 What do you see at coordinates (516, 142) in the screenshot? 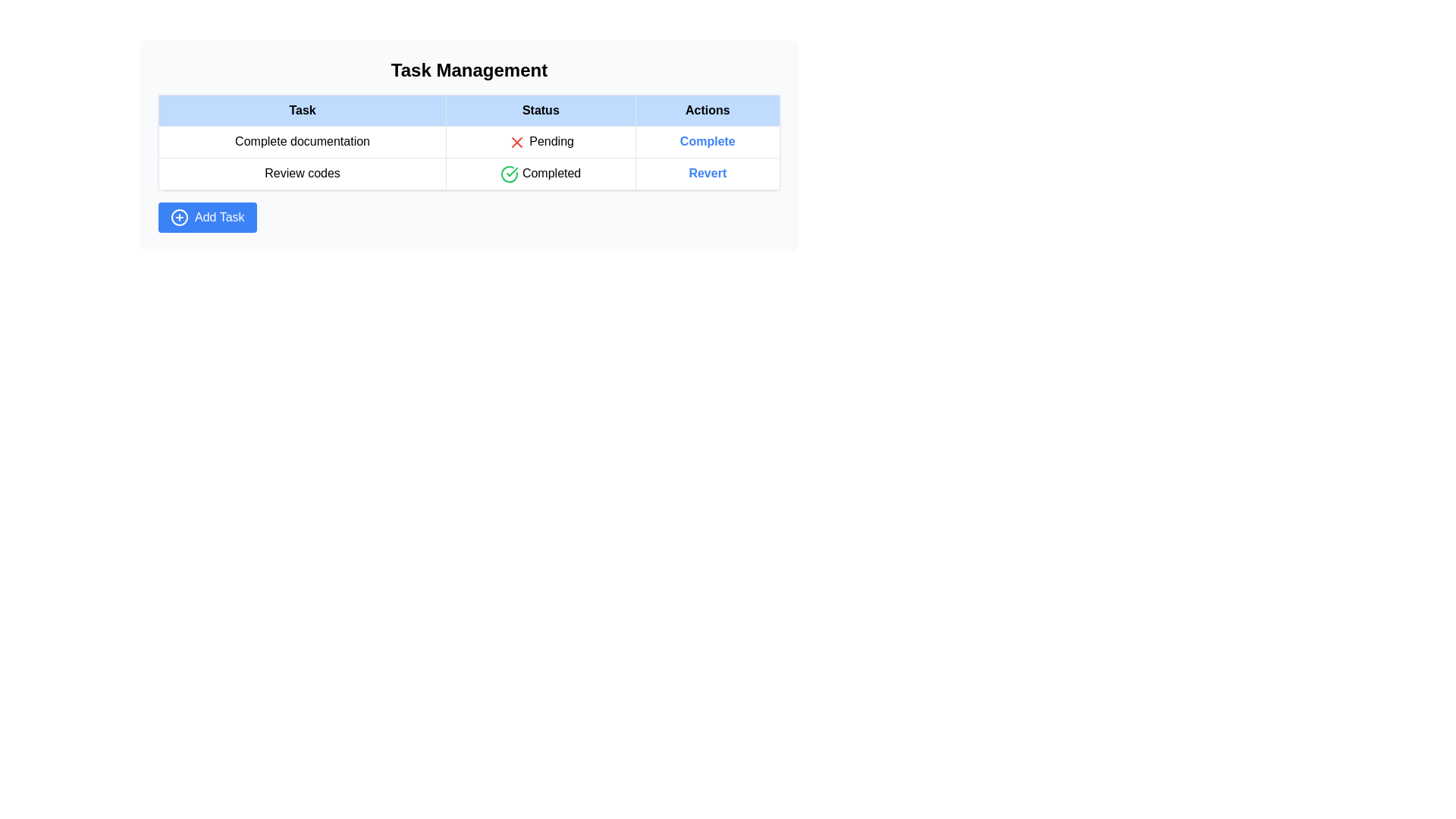
I see `the small red 'X' icon in the 'Status' column of the first row in the task management interface, indicating a pending state for 'Complete documentation'` at bounding box center [516, 142].